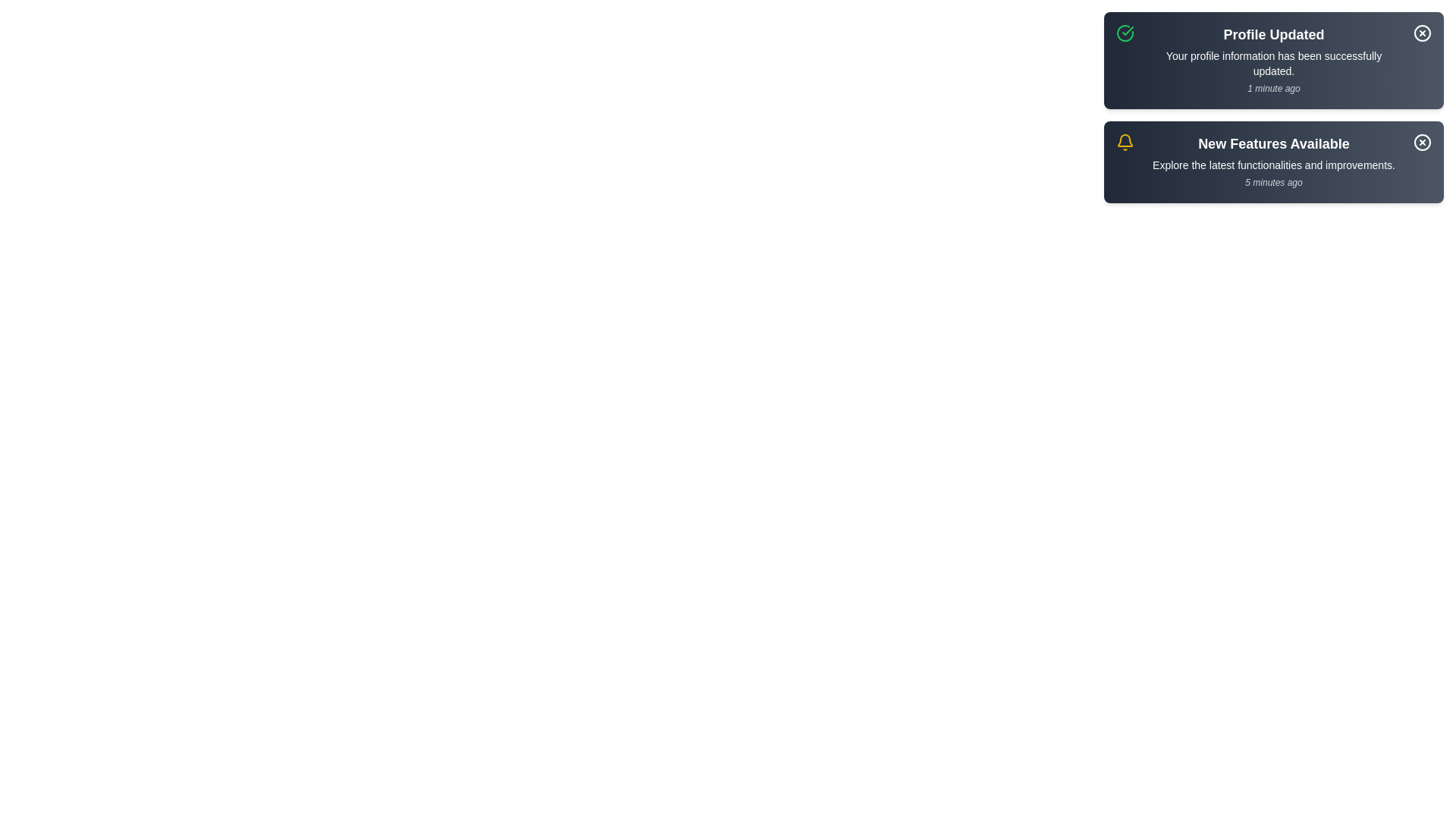 The height and width of the screenshot is (819, 1456). What do you see at coordinates (1274, 60) in the screenshot?
I see `the notification titled 'Profile Updated' to read its details` at bounding box center [1274, 60].